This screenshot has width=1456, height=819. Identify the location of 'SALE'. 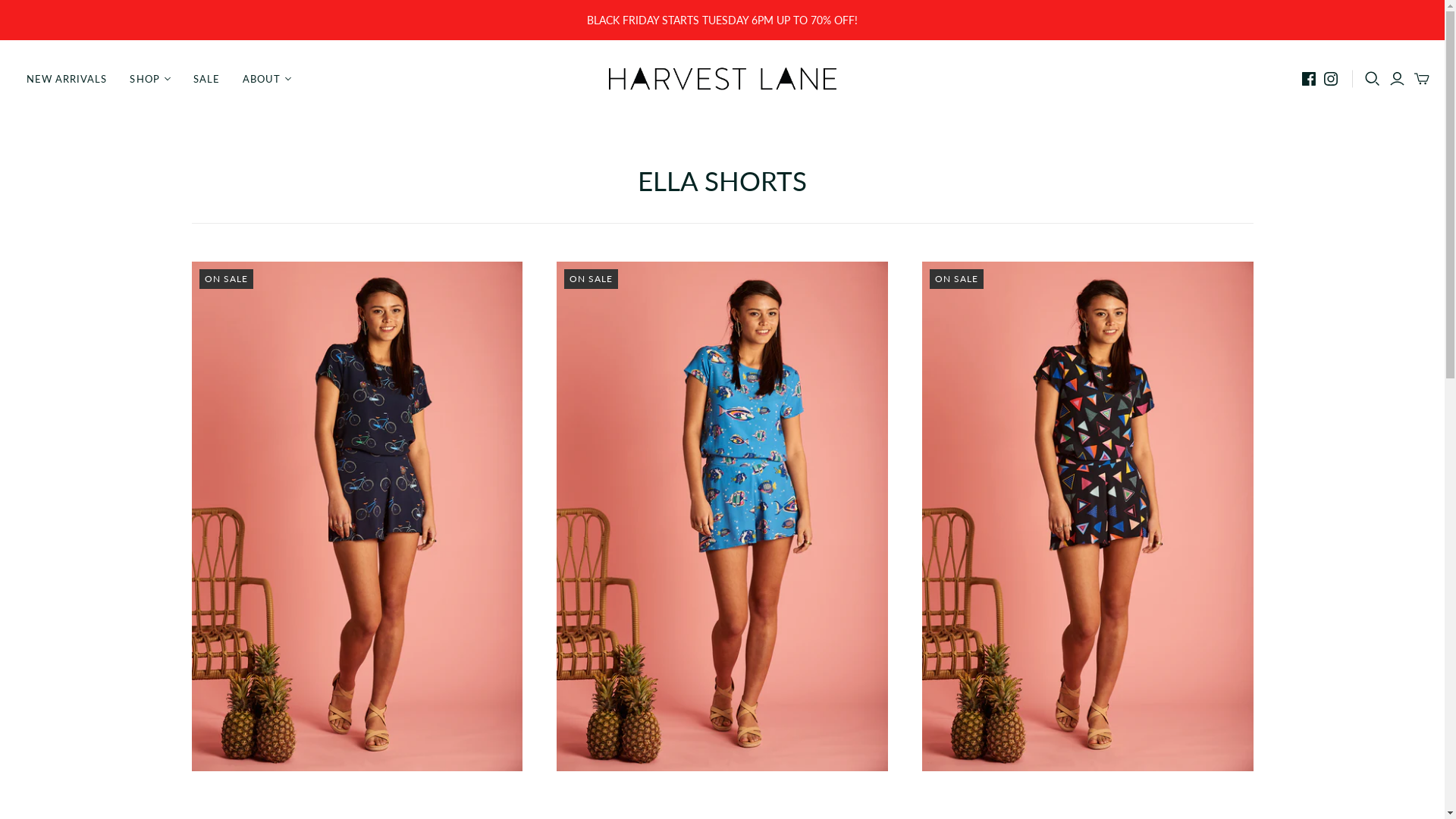
(206, 79).